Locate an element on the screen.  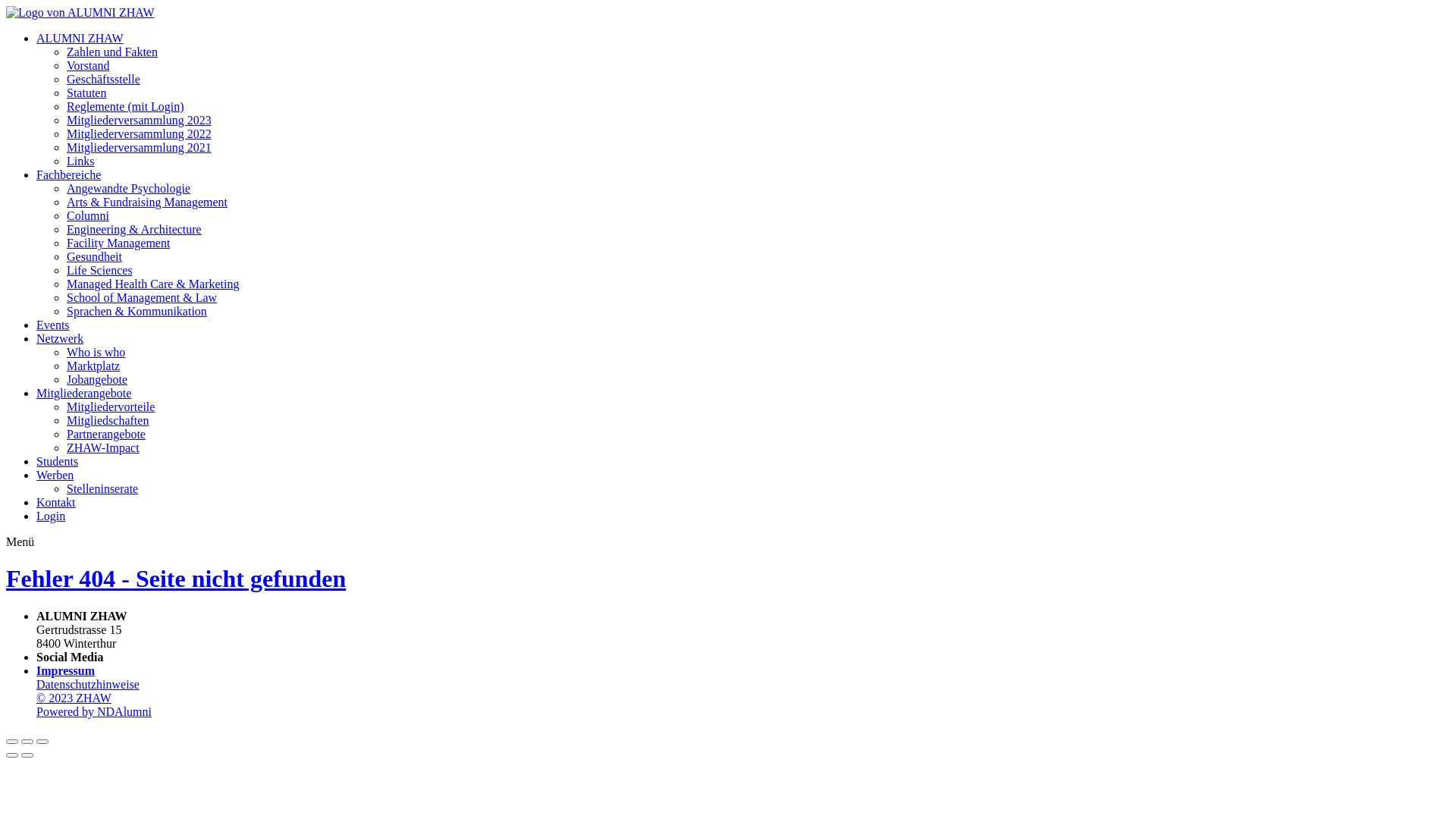
'Who is who' is located at coordinates (95, 352).